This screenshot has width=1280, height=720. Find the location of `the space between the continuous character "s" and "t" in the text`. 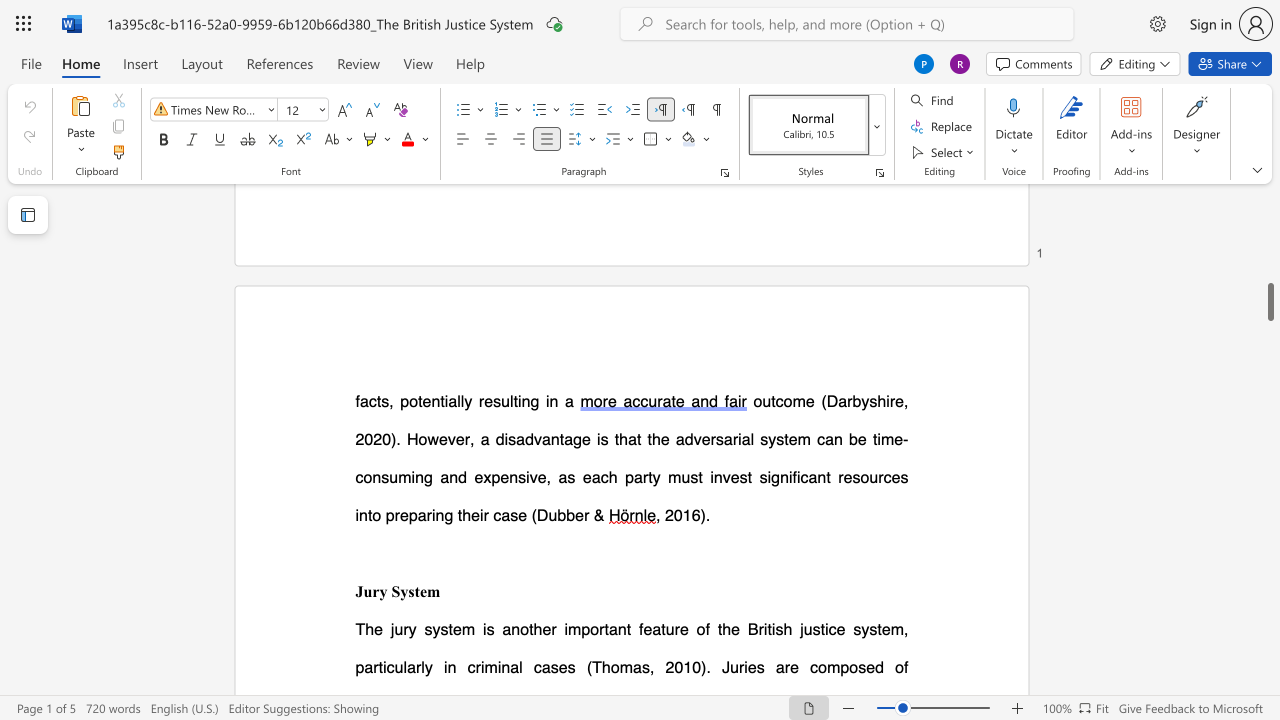

the space between the continuous character "s" and "t" in the text is located at coordinates (413, 590).